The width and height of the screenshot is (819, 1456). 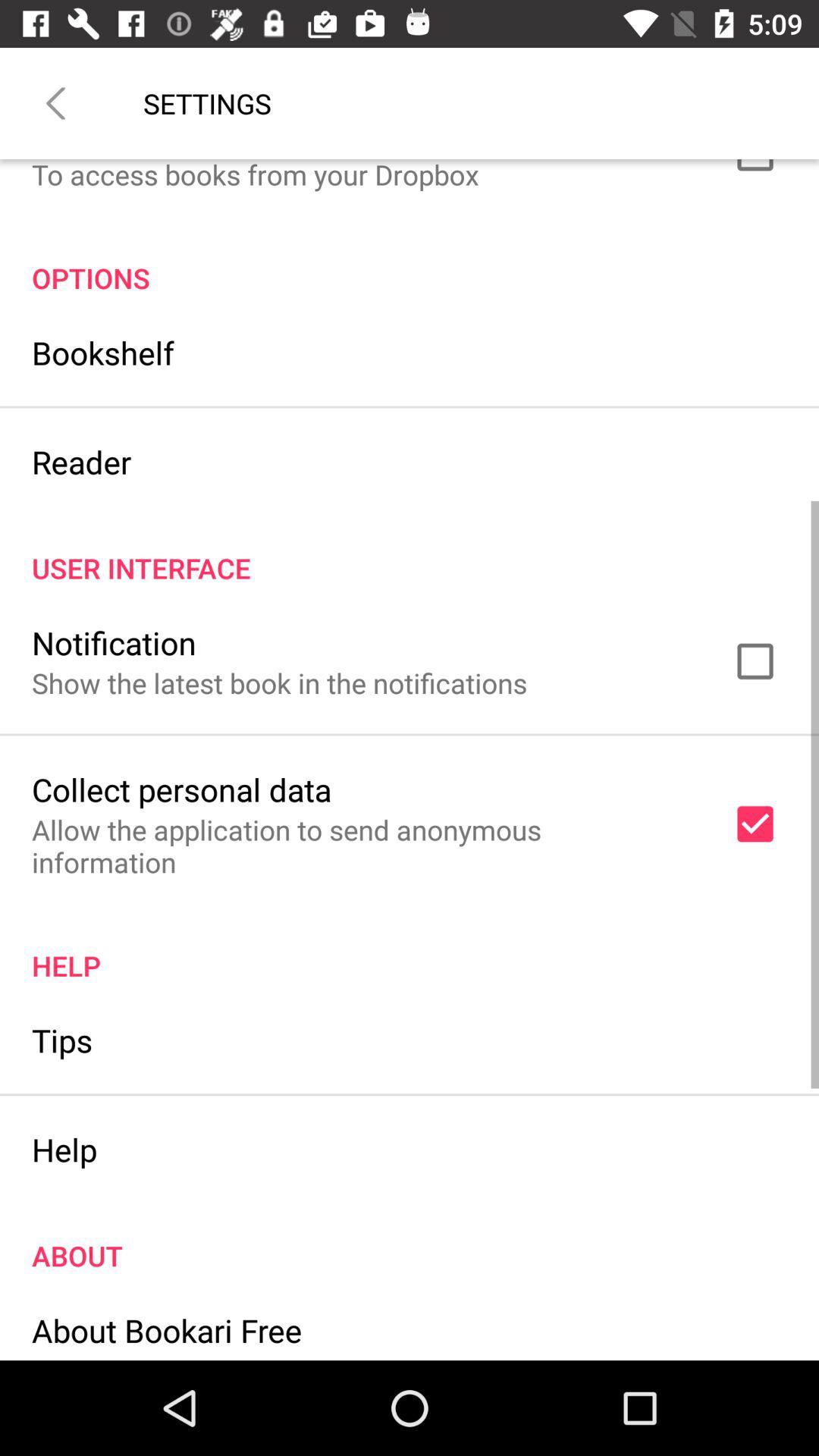 I want to click on the allow the application item, so click(x=362, y=845).